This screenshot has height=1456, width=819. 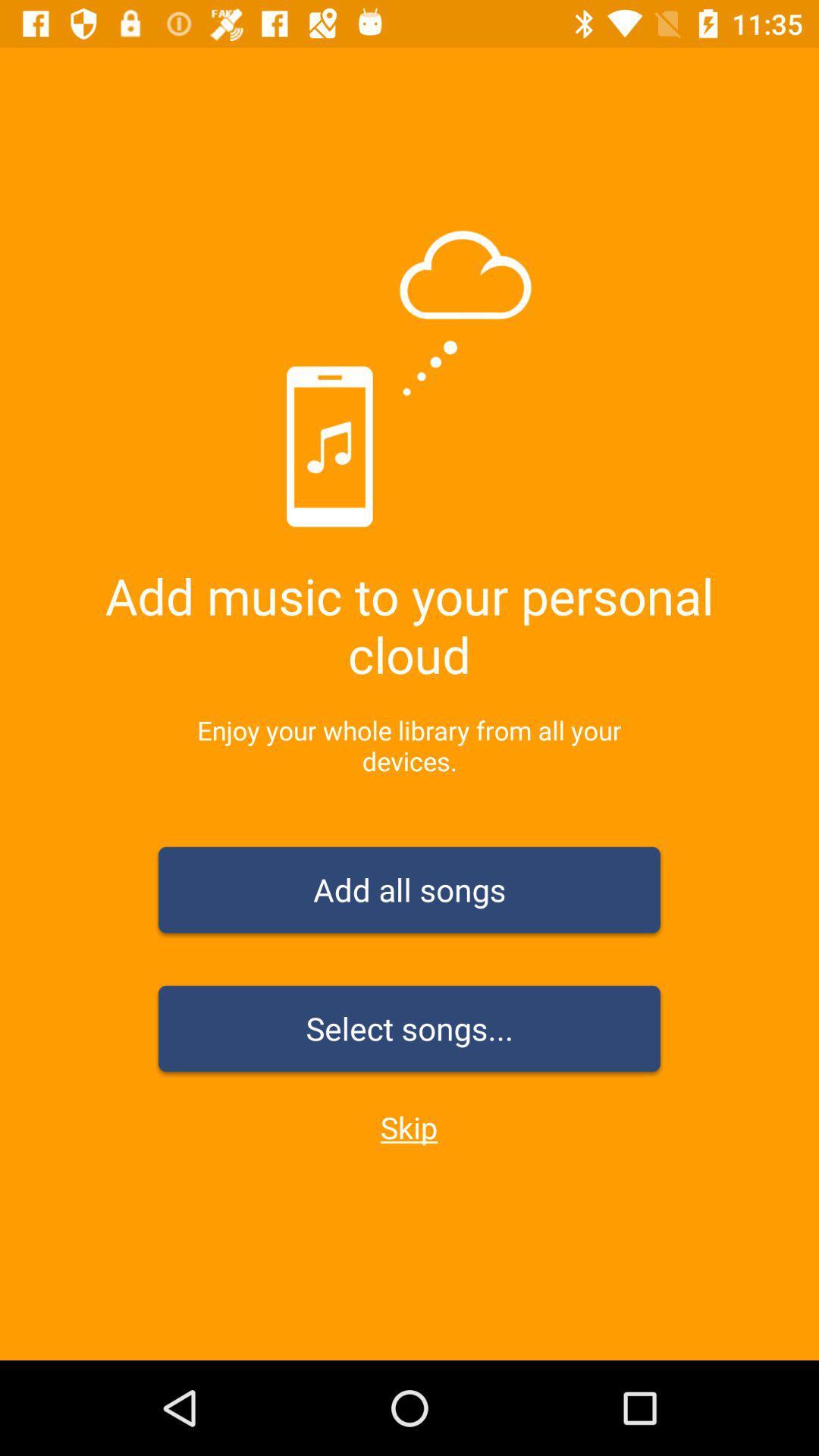 What do you see at coordinates (409, 1031) in the screenshot?
I see `the icon above skip item` at bounding box center [409, 1031].